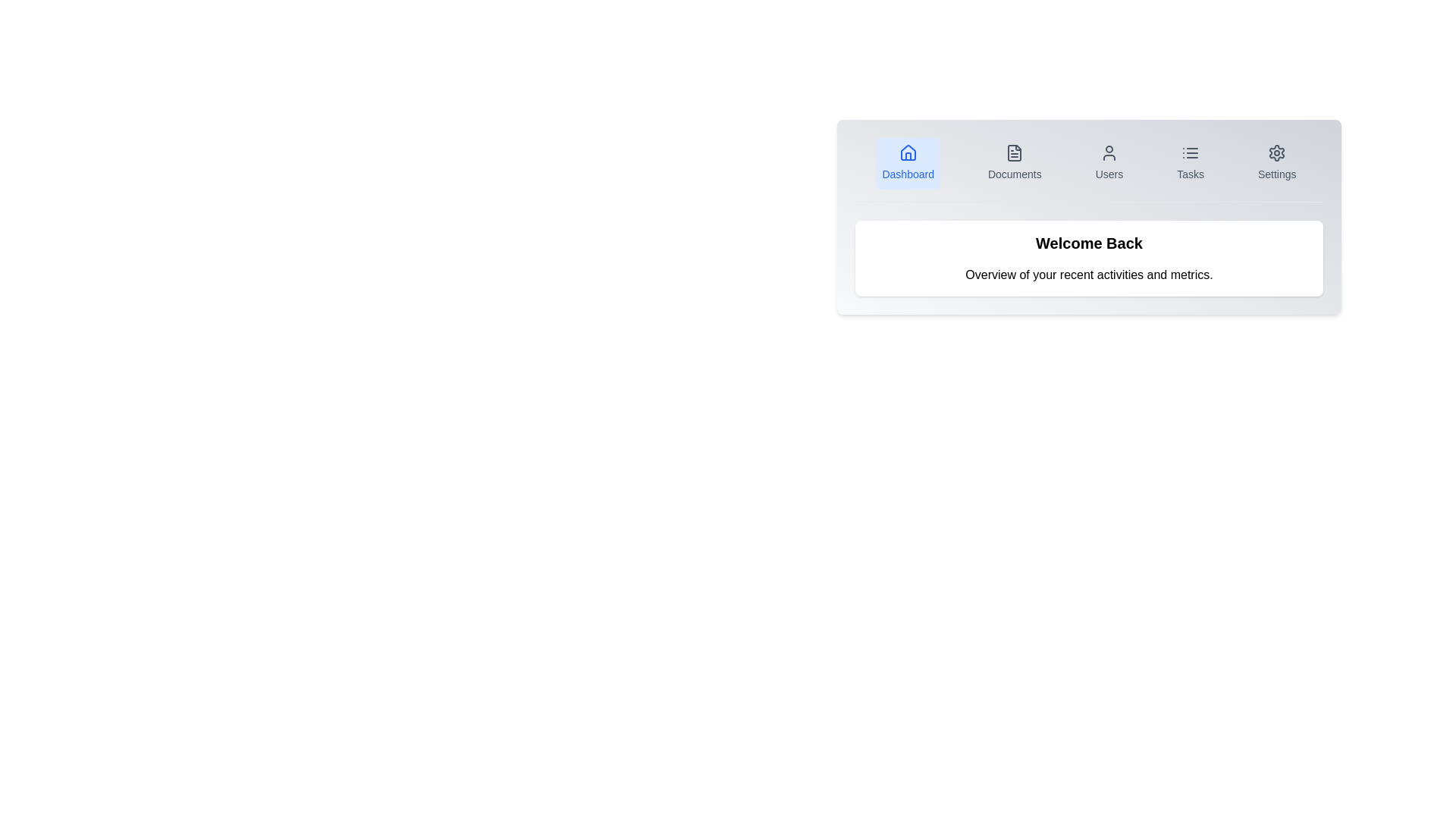 The image size is (1456, 819). What do you see at coordinates (1109, 164) in the screenshot?
I see `the Navigation Button that accesses the 'Users' section, located between 'Documents' and 'Tasks' at the top of the interface` at bounding box center [1109, 164].